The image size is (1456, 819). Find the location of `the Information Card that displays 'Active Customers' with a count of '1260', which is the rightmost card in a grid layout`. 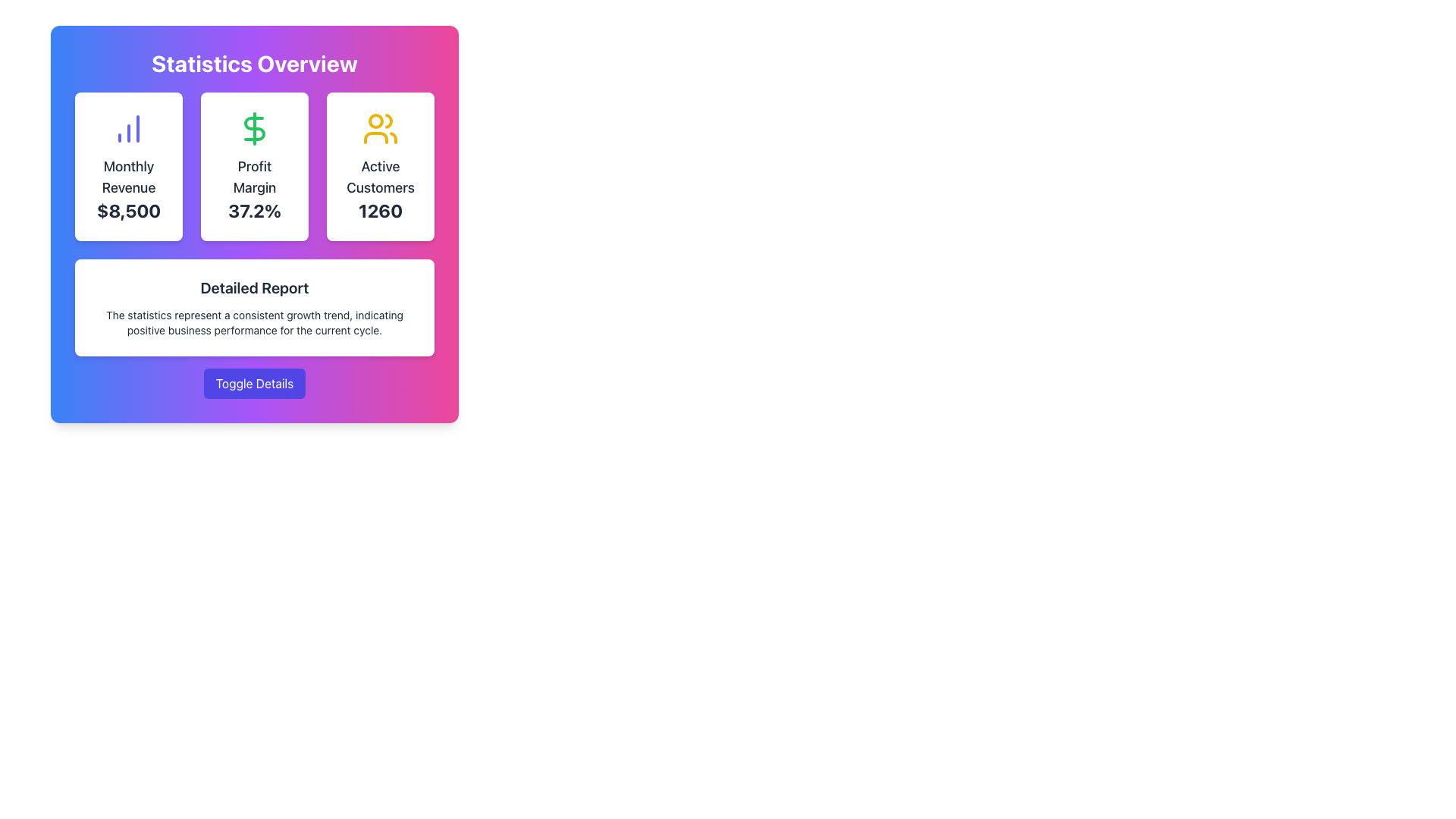

the Information Card that displays 'Active Customers' with a count of '1260', which is the rightmost card in a grid layout is located at coordinates (381, 166).